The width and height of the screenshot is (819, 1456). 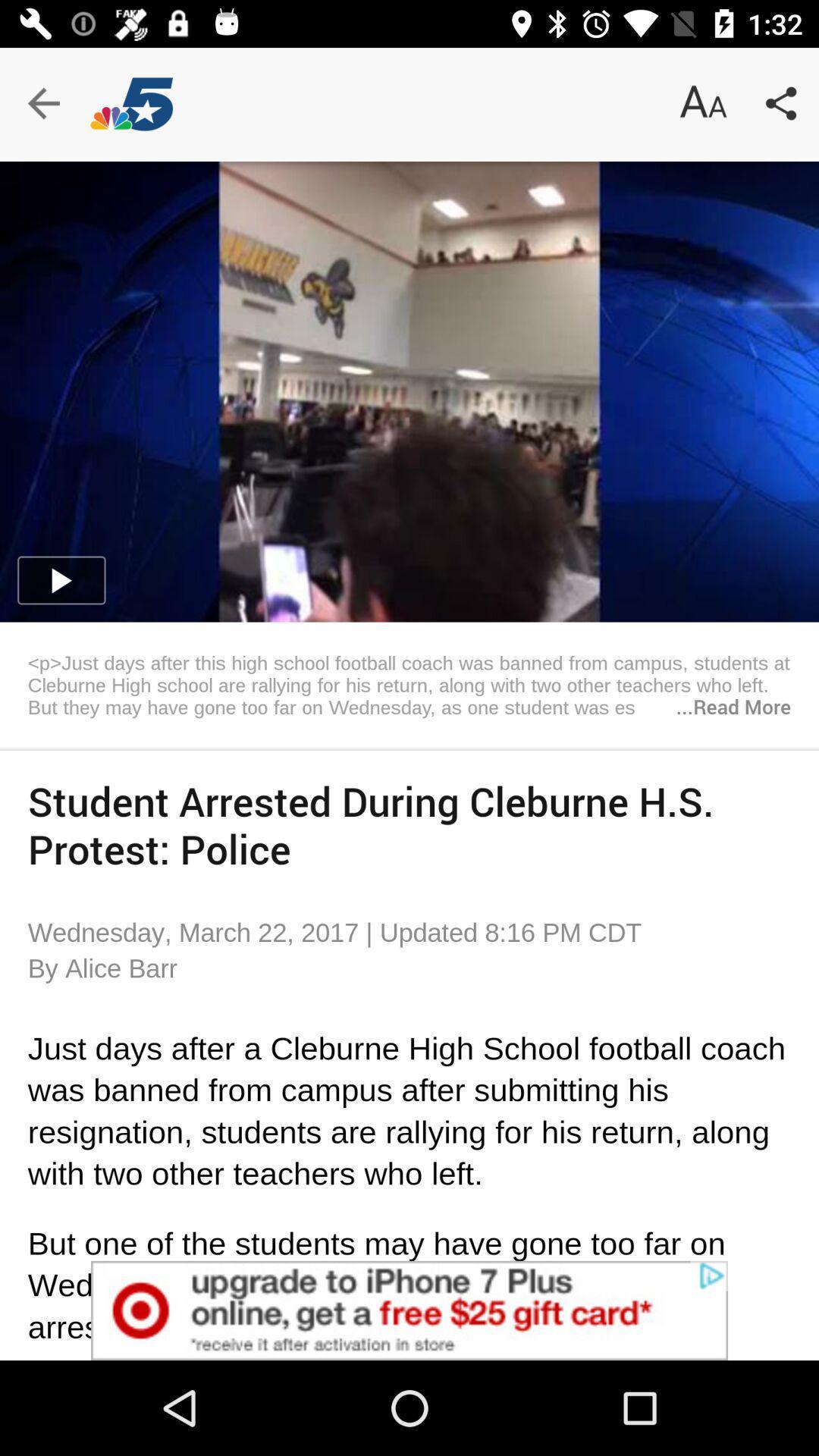 What do you see at coordinates (61, 579) in the screenshot?
I see `the play icon` at bounding box center [61, 579].